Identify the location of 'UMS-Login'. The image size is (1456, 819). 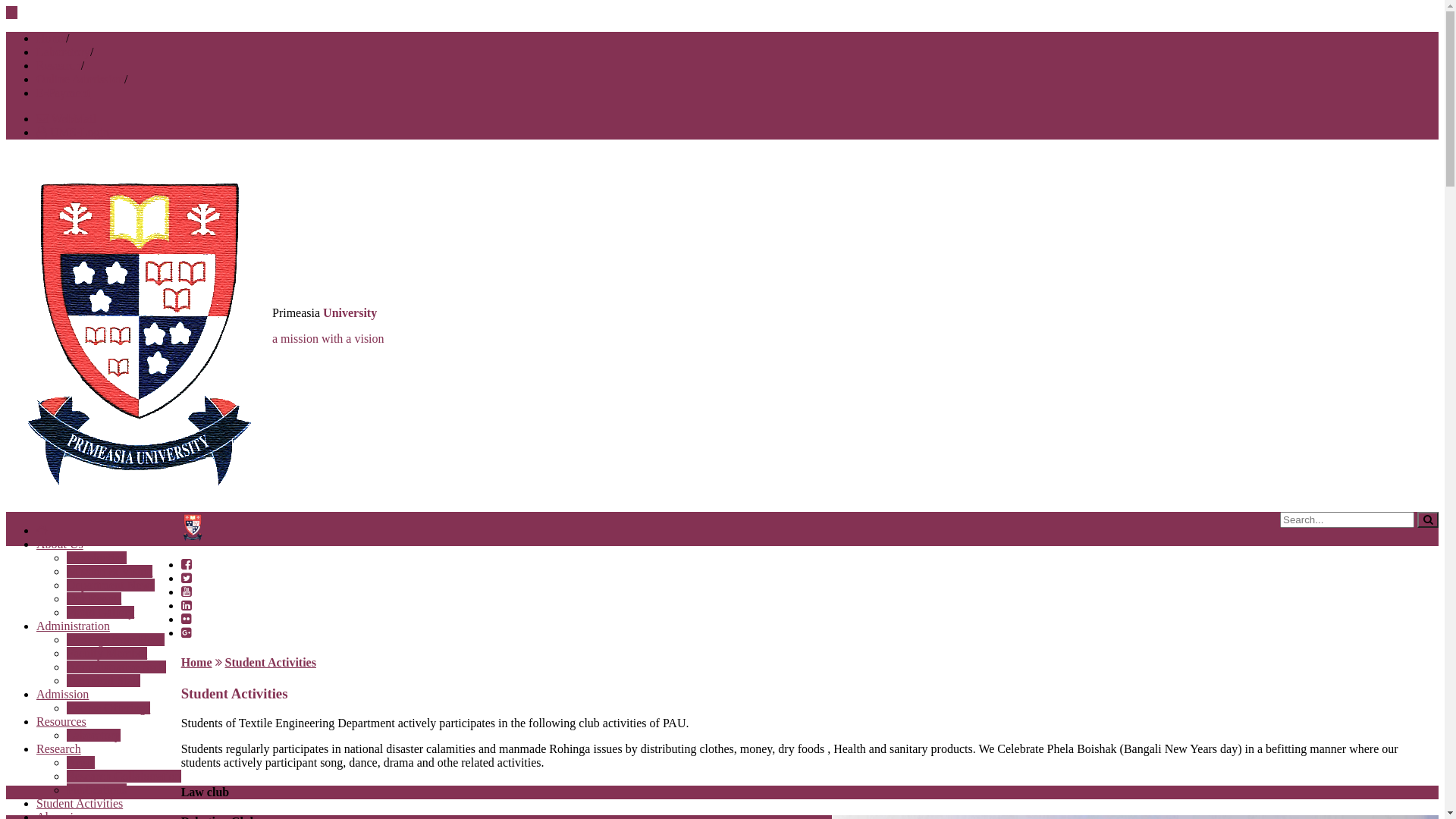
(72, 131).